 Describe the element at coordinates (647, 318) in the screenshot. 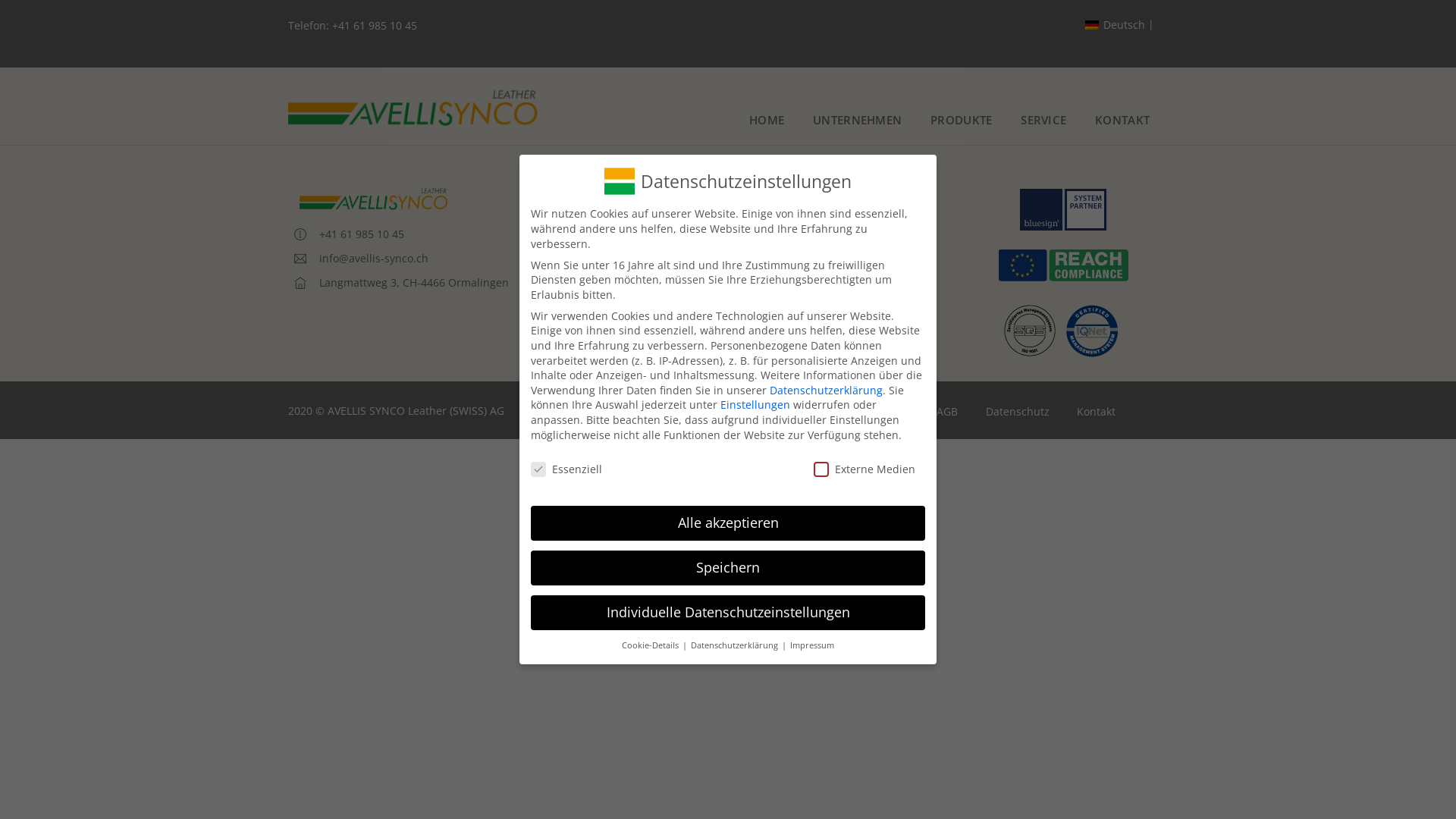

I see `'Kontakt'` at that location.